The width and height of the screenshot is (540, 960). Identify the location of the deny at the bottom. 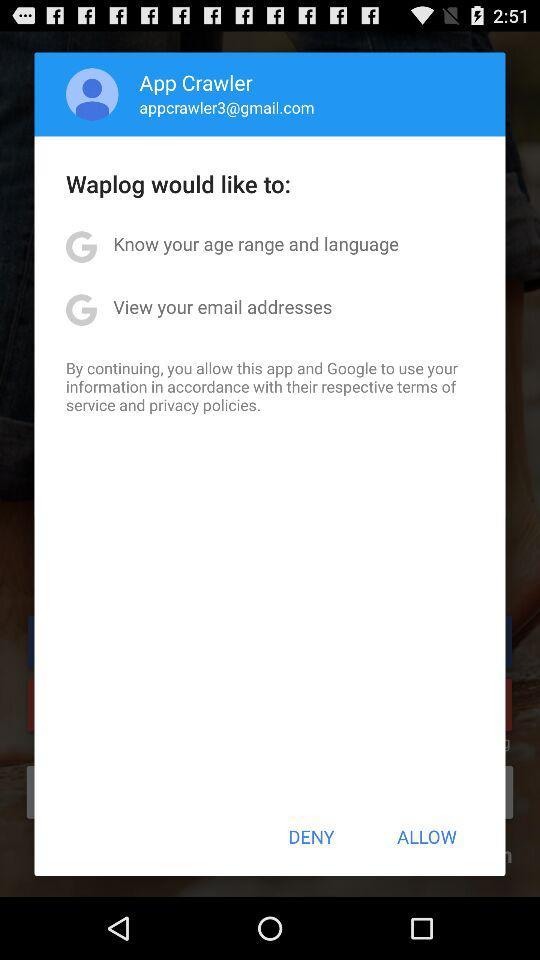
(311, 836).